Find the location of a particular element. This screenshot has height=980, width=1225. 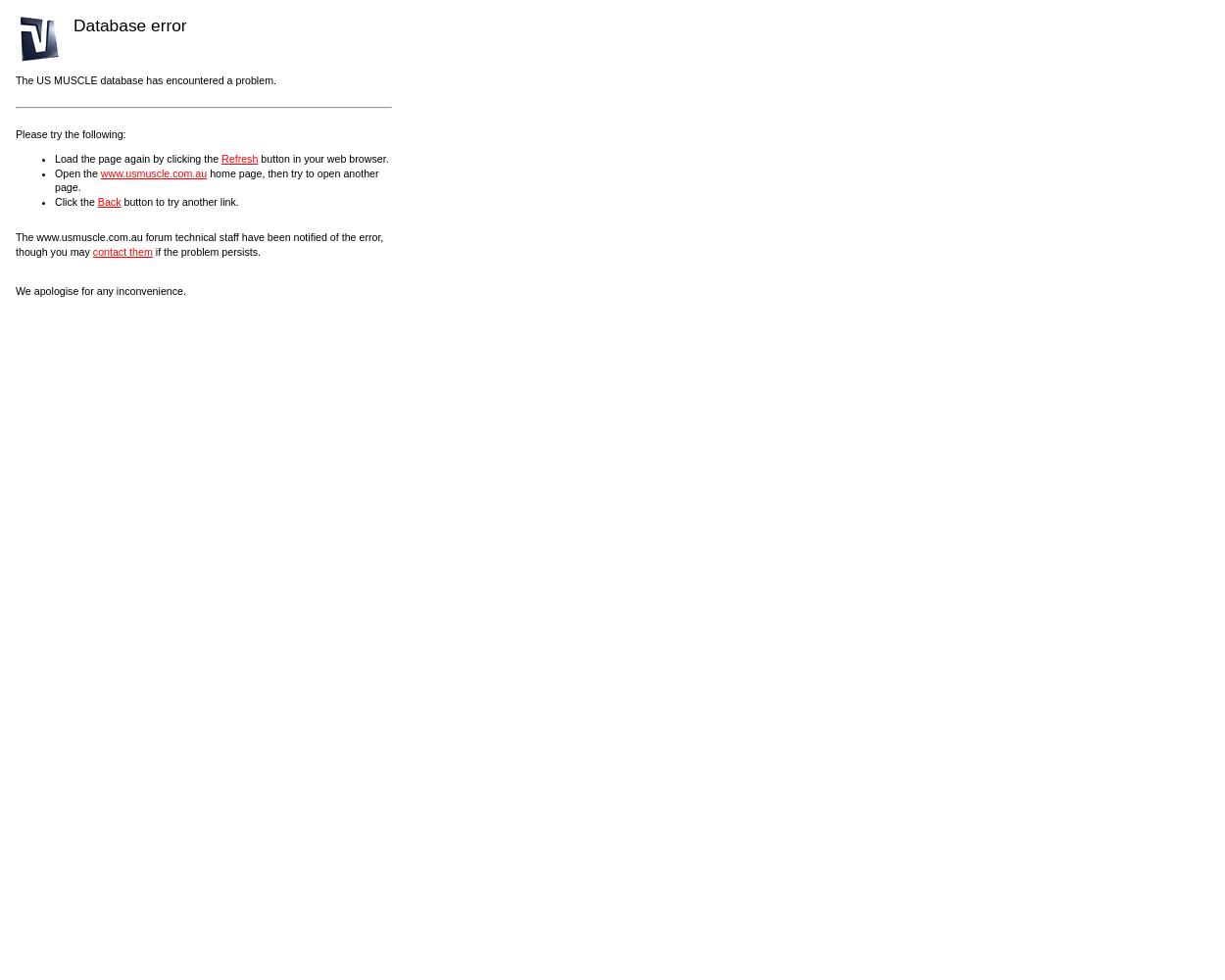

'Open the' is located at coordinates (55, 172).